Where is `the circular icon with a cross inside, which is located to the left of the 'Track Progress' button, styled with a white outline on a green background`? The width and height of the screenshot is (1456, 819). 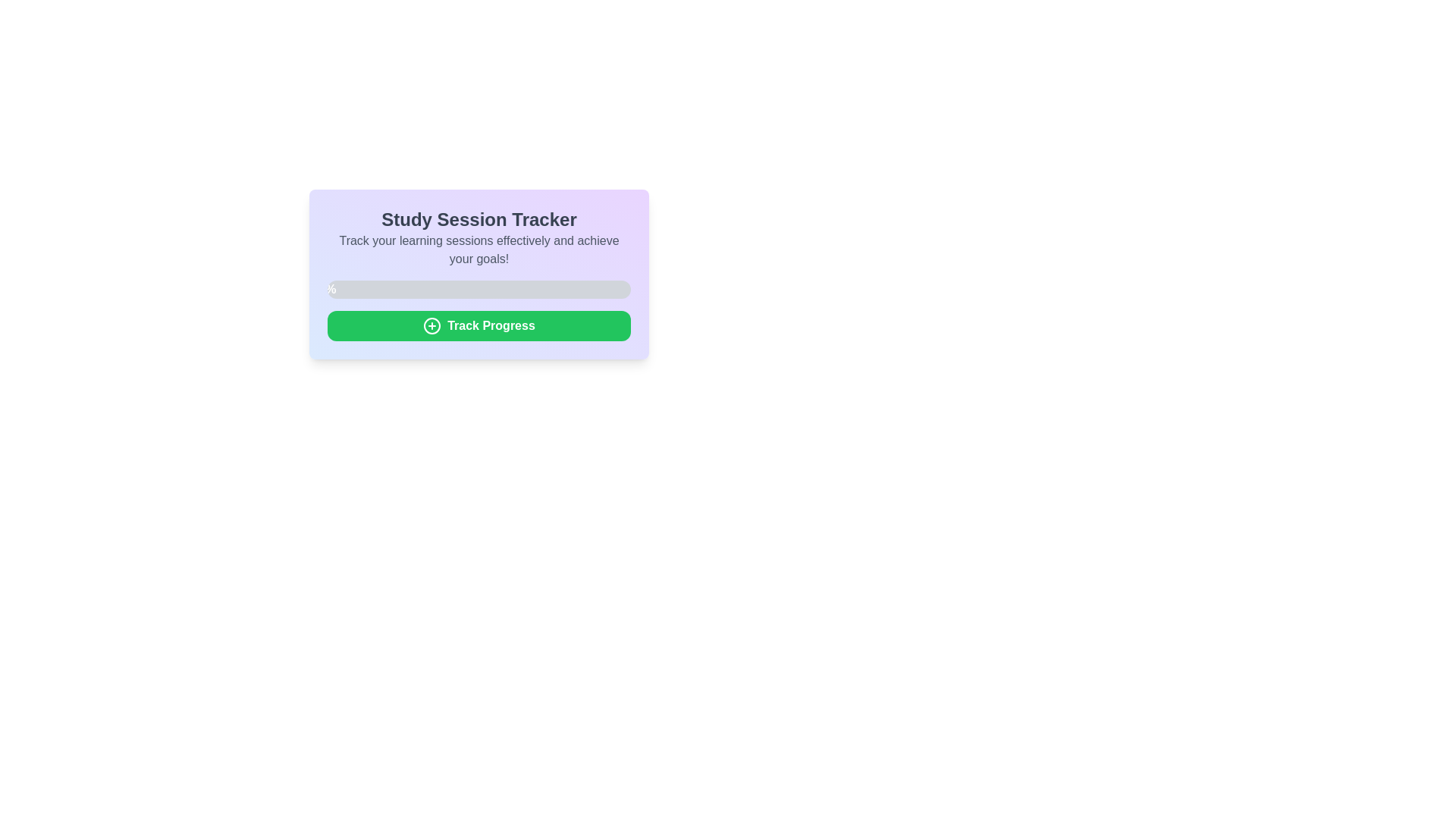
the circular icon with a cross inside, which is located to the left of the 'Track Progress' button, styled with a white outline on a green background is located at coordinates (431, 325).